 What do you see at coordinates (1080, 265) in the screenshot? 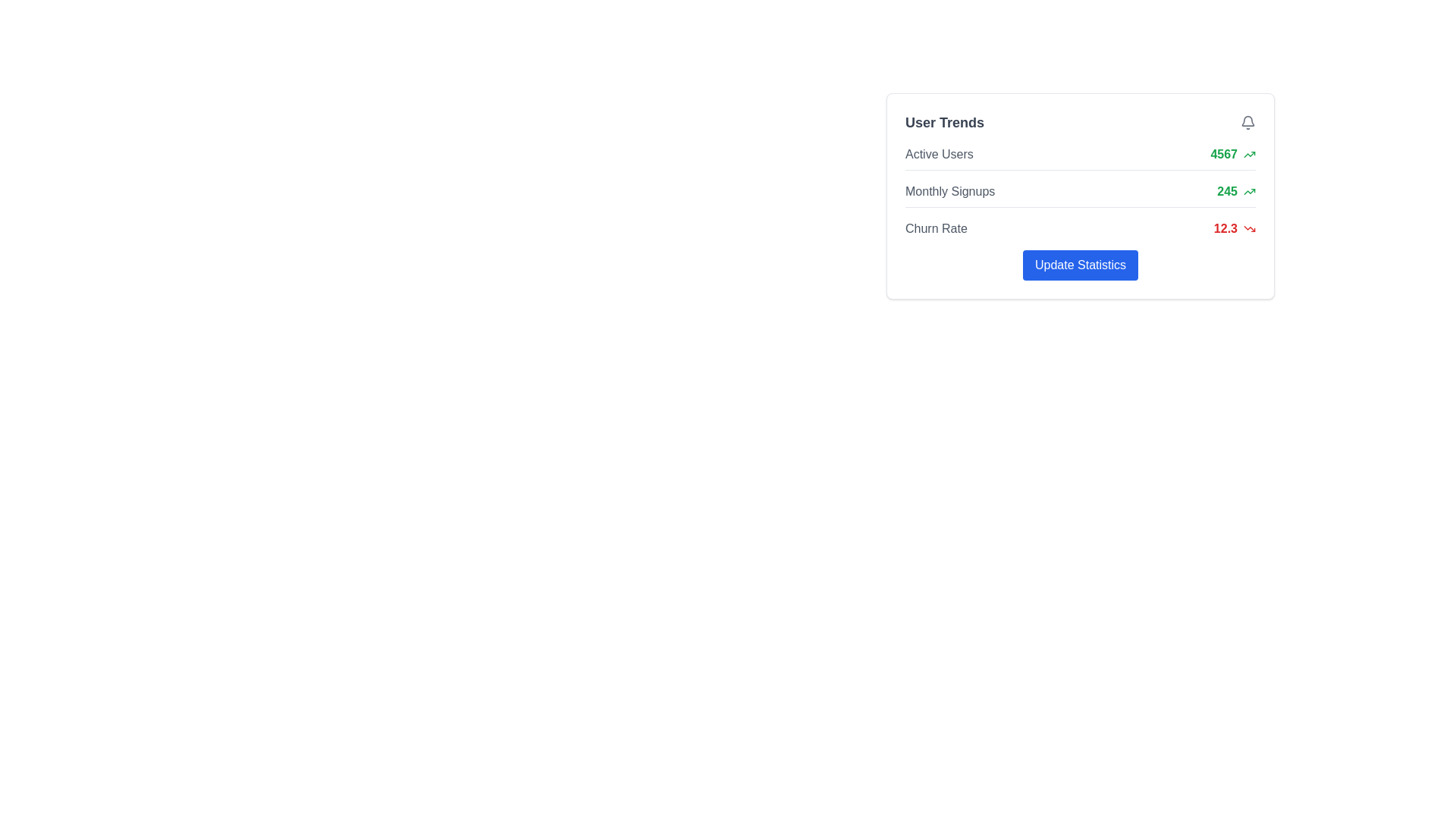
I see `the primary action button located at the bottom of the 'User Trends' card to refresh or recalculate the statistical data` at bounding box center [1080, 265].